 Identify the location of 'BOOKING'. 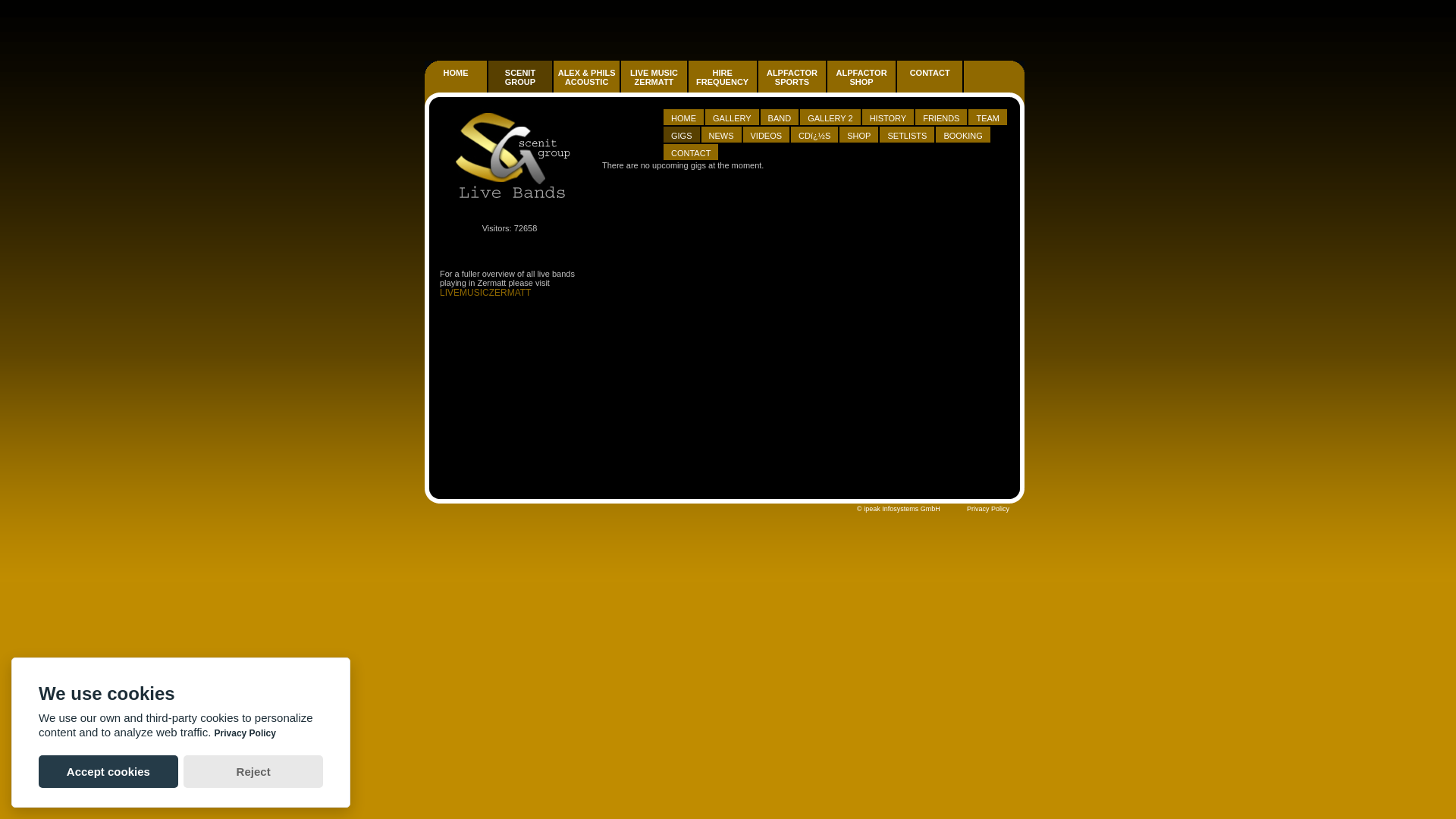
(962, 134).